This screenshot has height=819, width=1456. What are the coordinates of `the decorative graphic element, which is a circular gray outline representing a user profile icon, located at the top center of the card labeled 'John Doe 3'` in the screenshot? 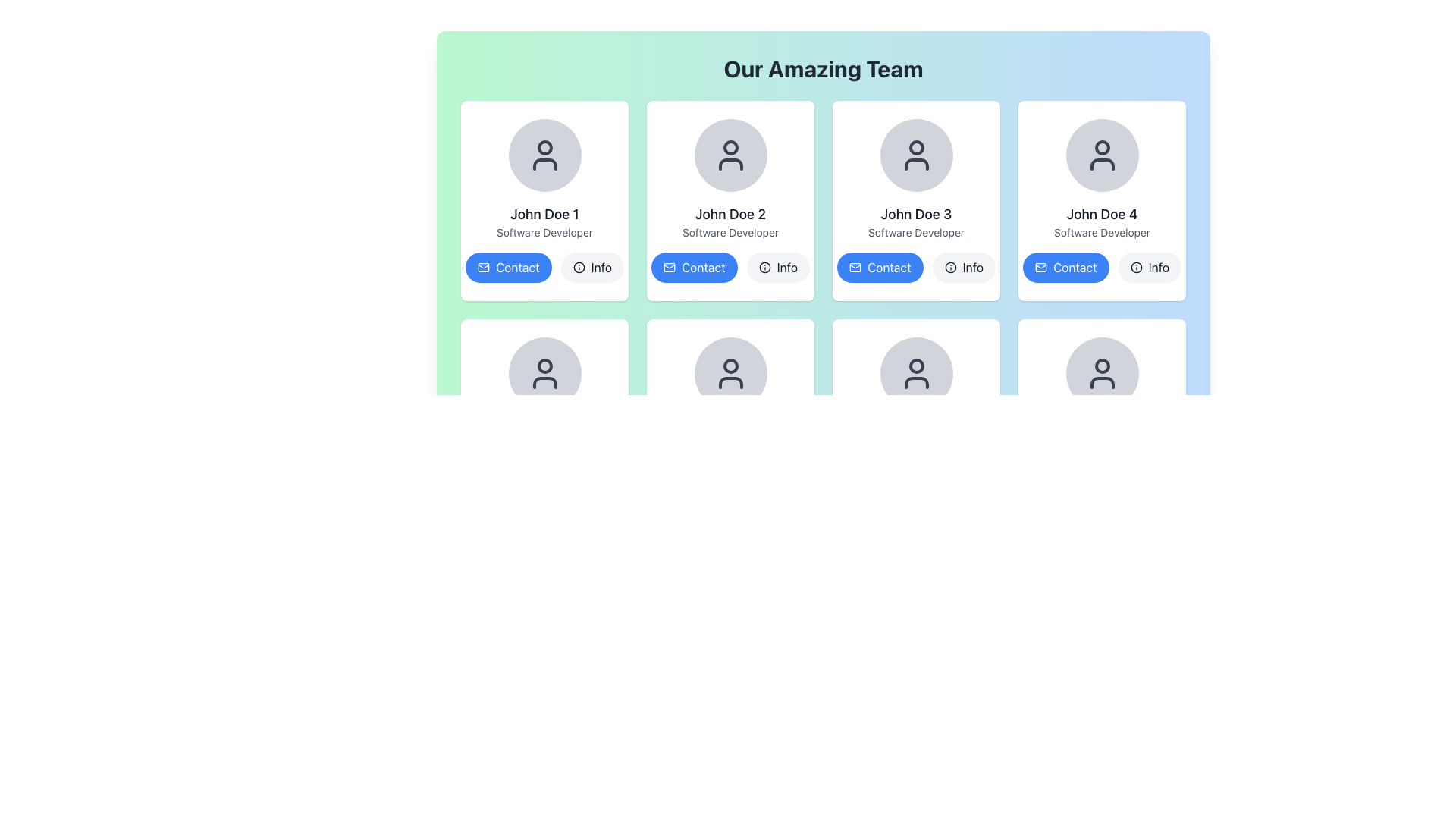 It's located at (915, 148).